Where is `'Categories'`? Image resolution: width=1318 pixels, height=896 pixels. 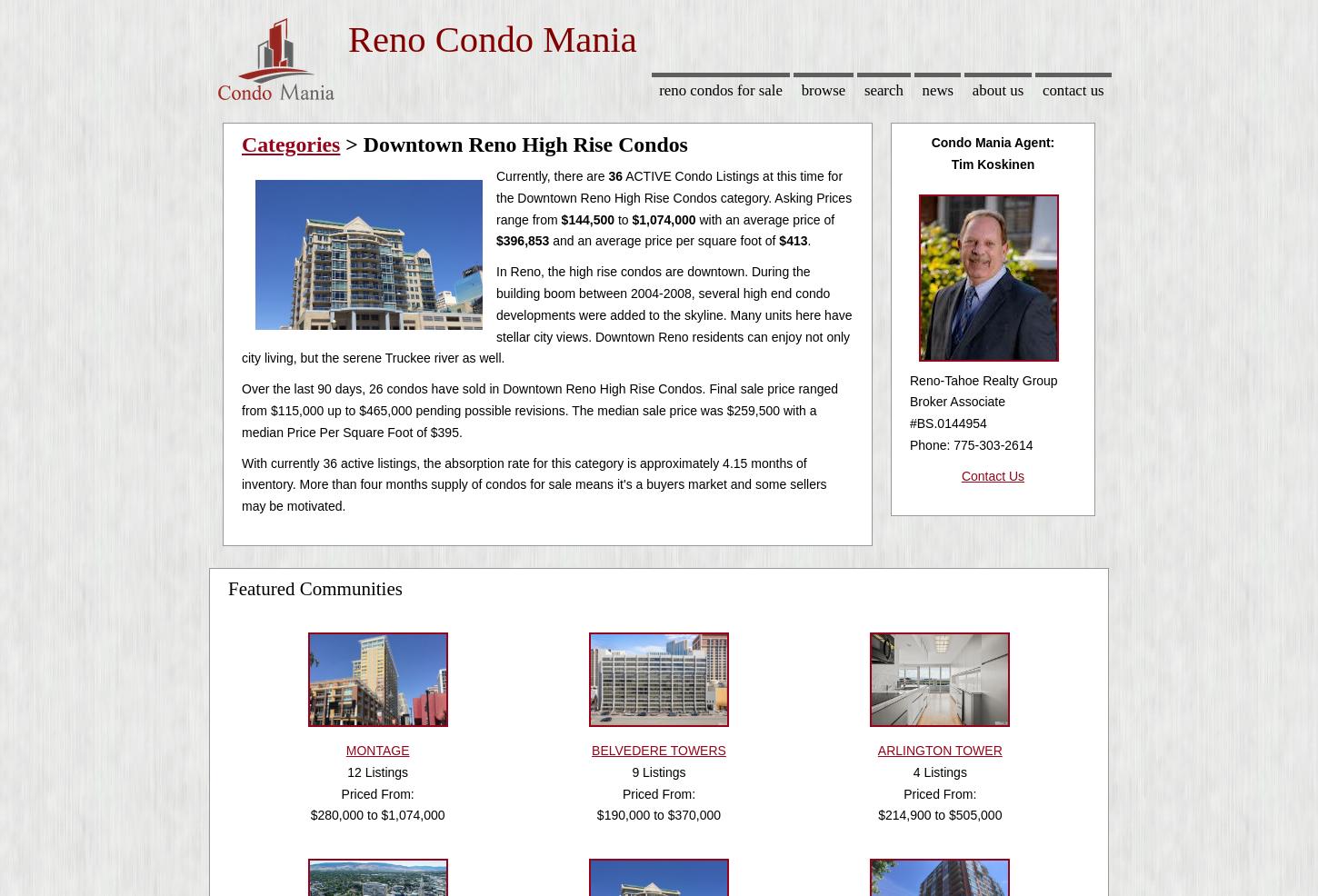 'Categories' is located at coordinates (241, 144).